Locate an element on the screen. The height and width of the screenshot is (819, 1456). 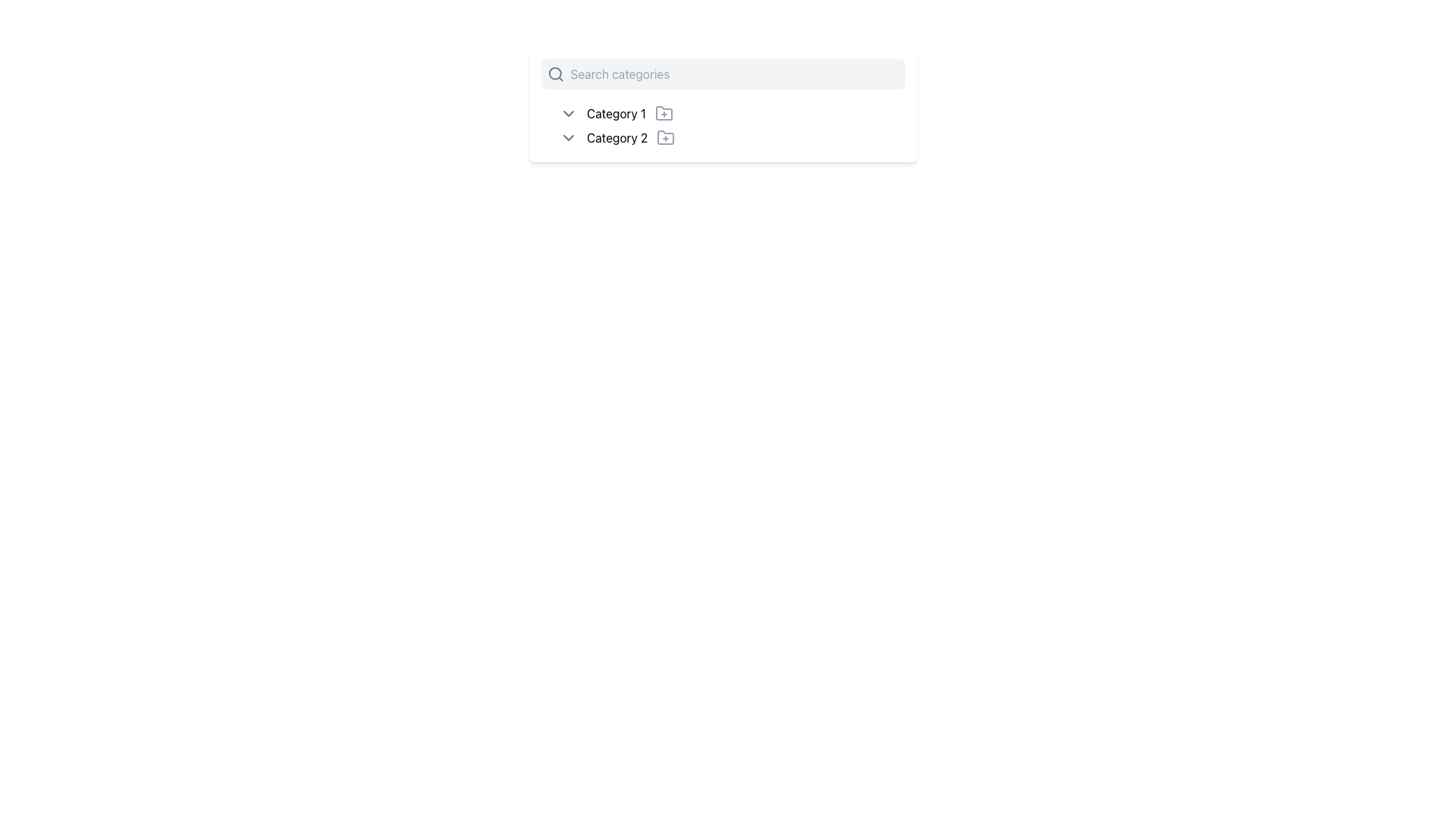
the downward-facing chevron icon is located at coordinates (567, 137).